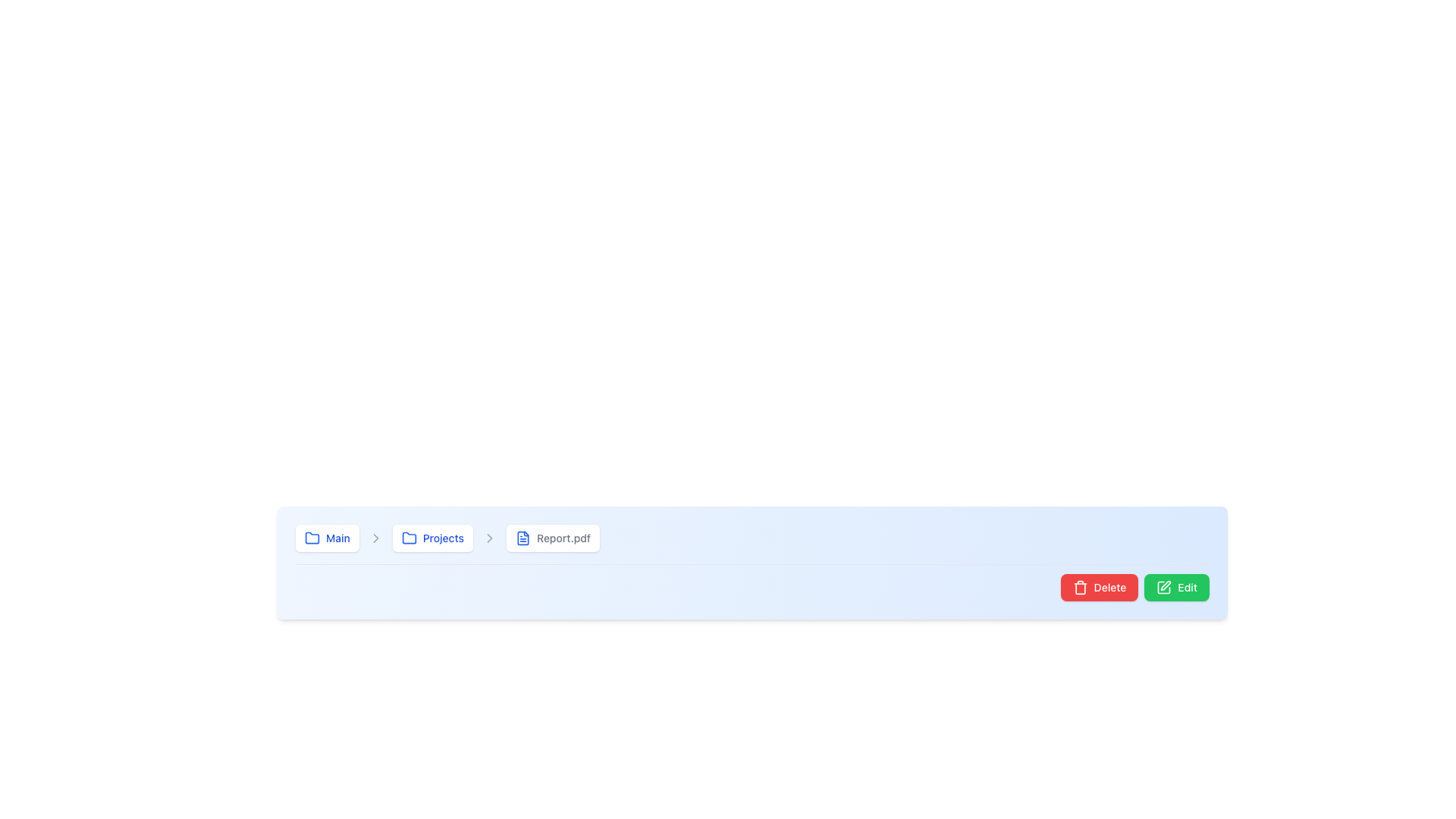 The image size is (1456, 819). What do you see at coordinates (1079, 587) in the screenshot?
I see `the delete icon located to the left of the 'Delete' text button in the lower right section of the interface to initiate a delete action` at bounding box center [1079, 587].